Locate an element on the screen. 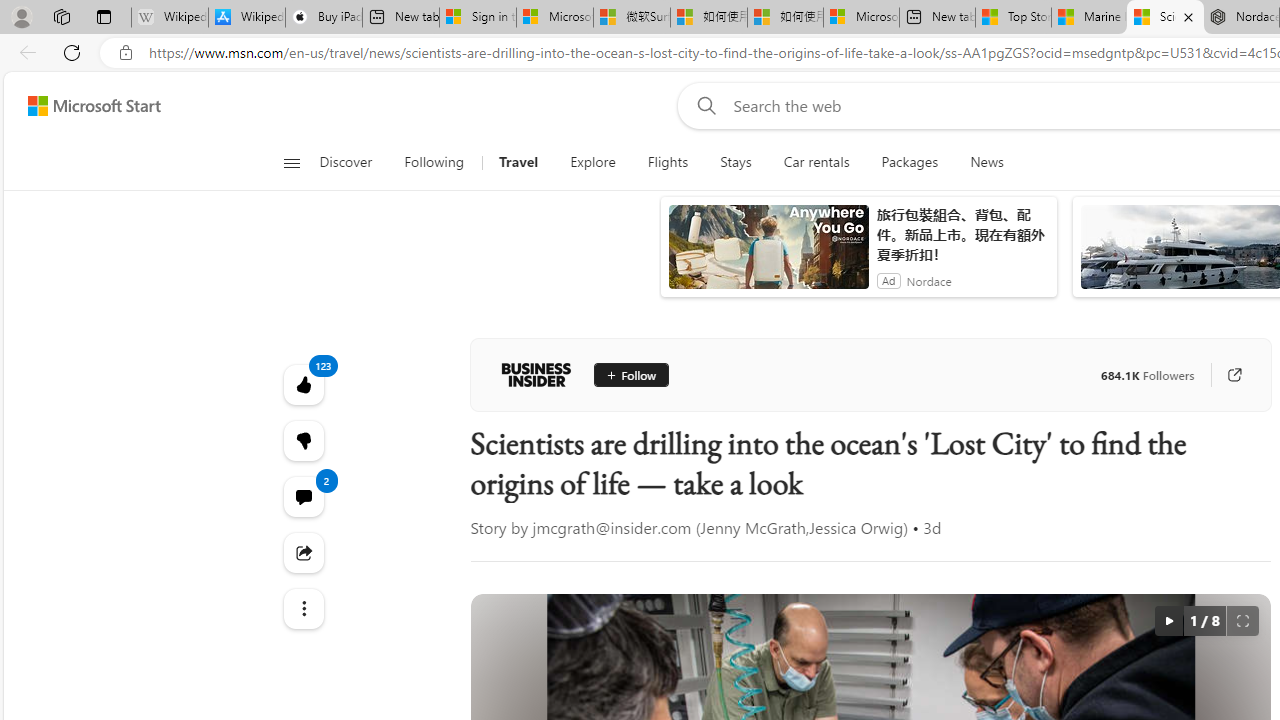  'Explore' is located at coordinates (592, 162).